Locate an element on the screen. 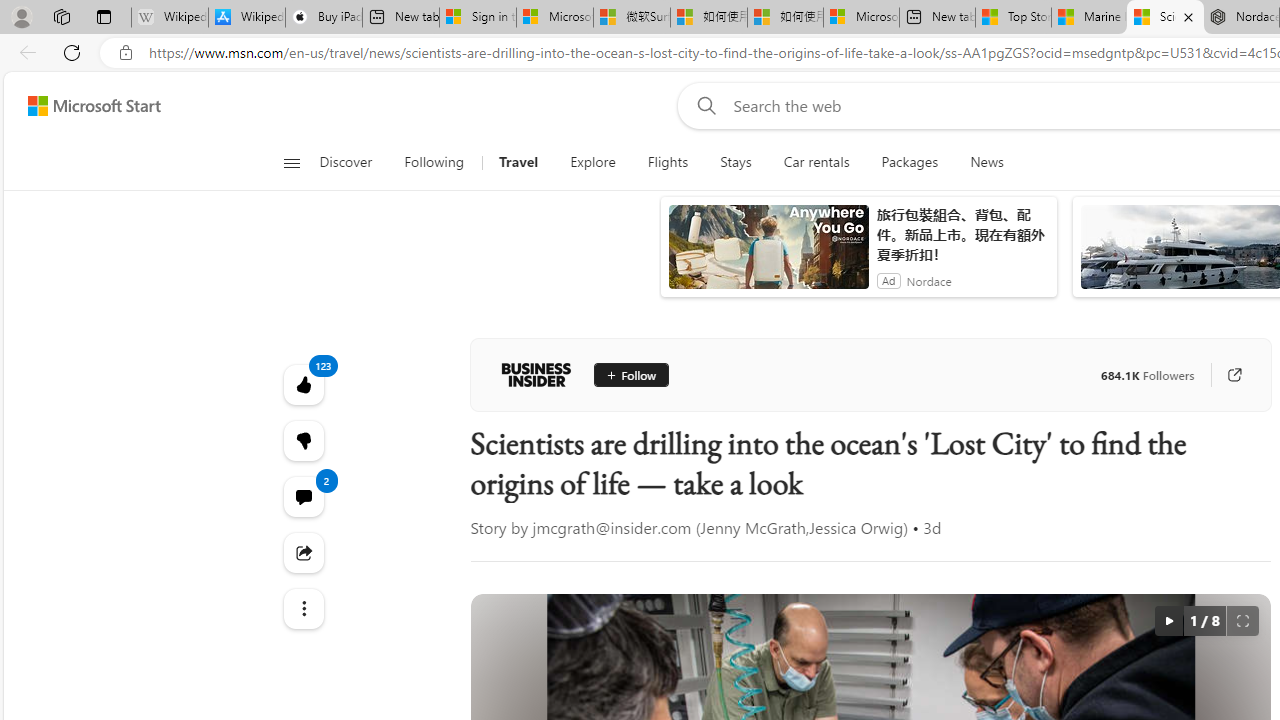  'Explore' is located at coordinates (592, 162).